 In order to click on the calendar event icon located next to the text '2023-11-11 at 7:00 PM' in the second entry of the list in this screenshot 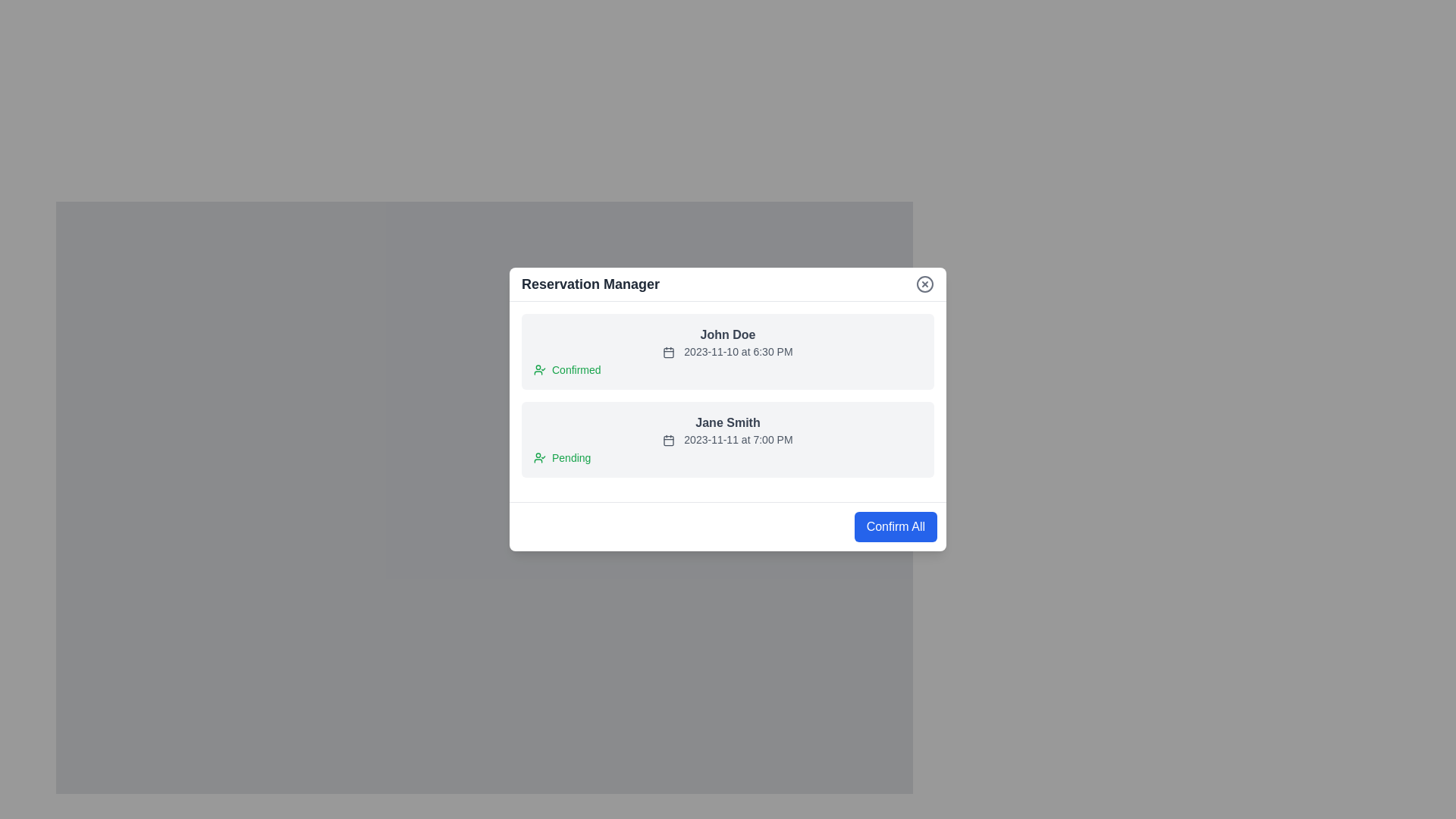, I will do `click(668, 441)`.